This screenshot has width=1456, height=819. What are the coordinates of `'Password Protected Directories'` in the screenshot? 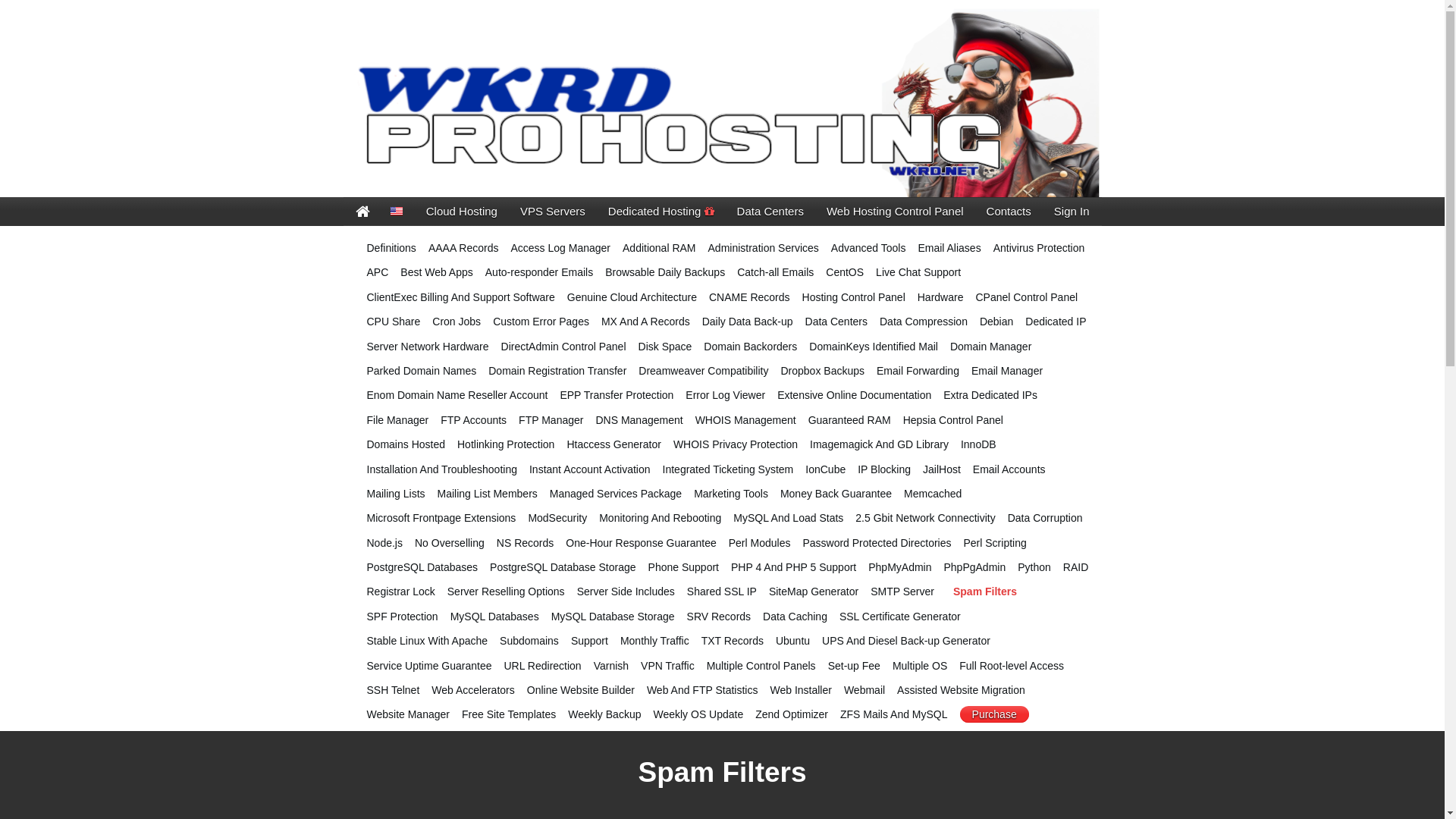 It's located at (877, 542).